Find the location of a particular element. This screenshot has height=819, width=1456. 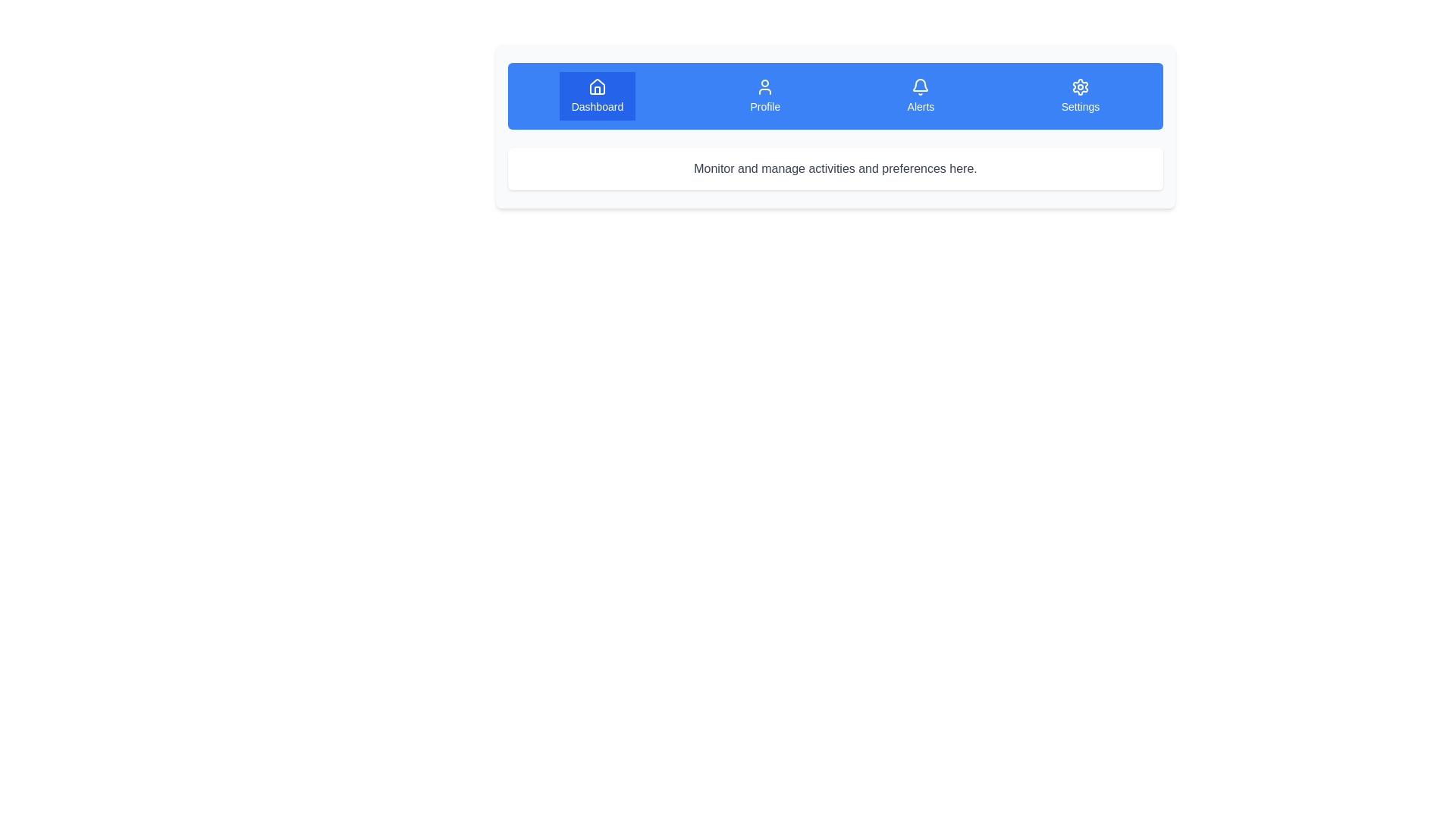

the 'Settings' button is located at coordinates (1080, 96).